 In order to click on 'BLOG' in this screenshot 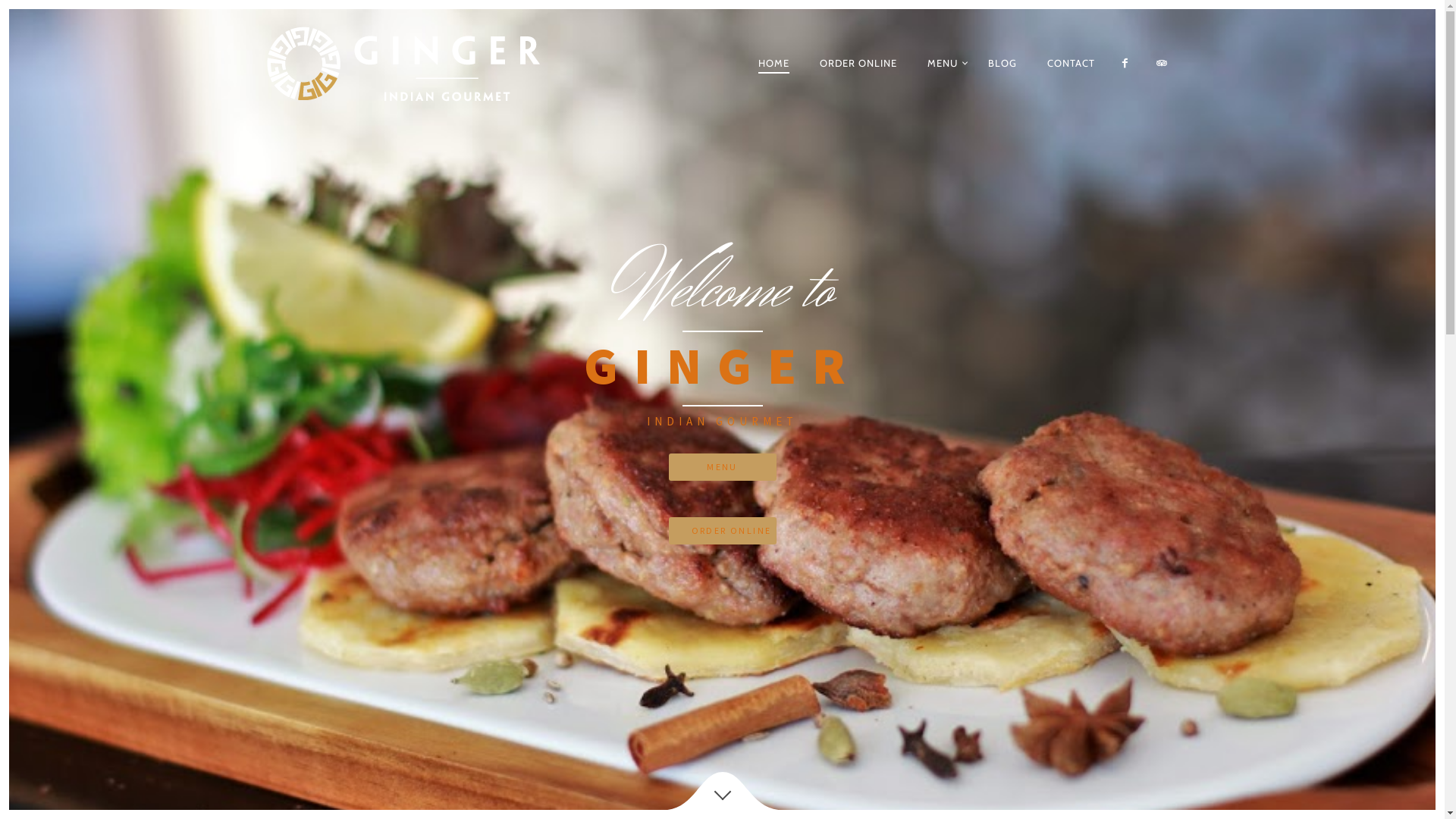, I will do `click(1002, 62)`.